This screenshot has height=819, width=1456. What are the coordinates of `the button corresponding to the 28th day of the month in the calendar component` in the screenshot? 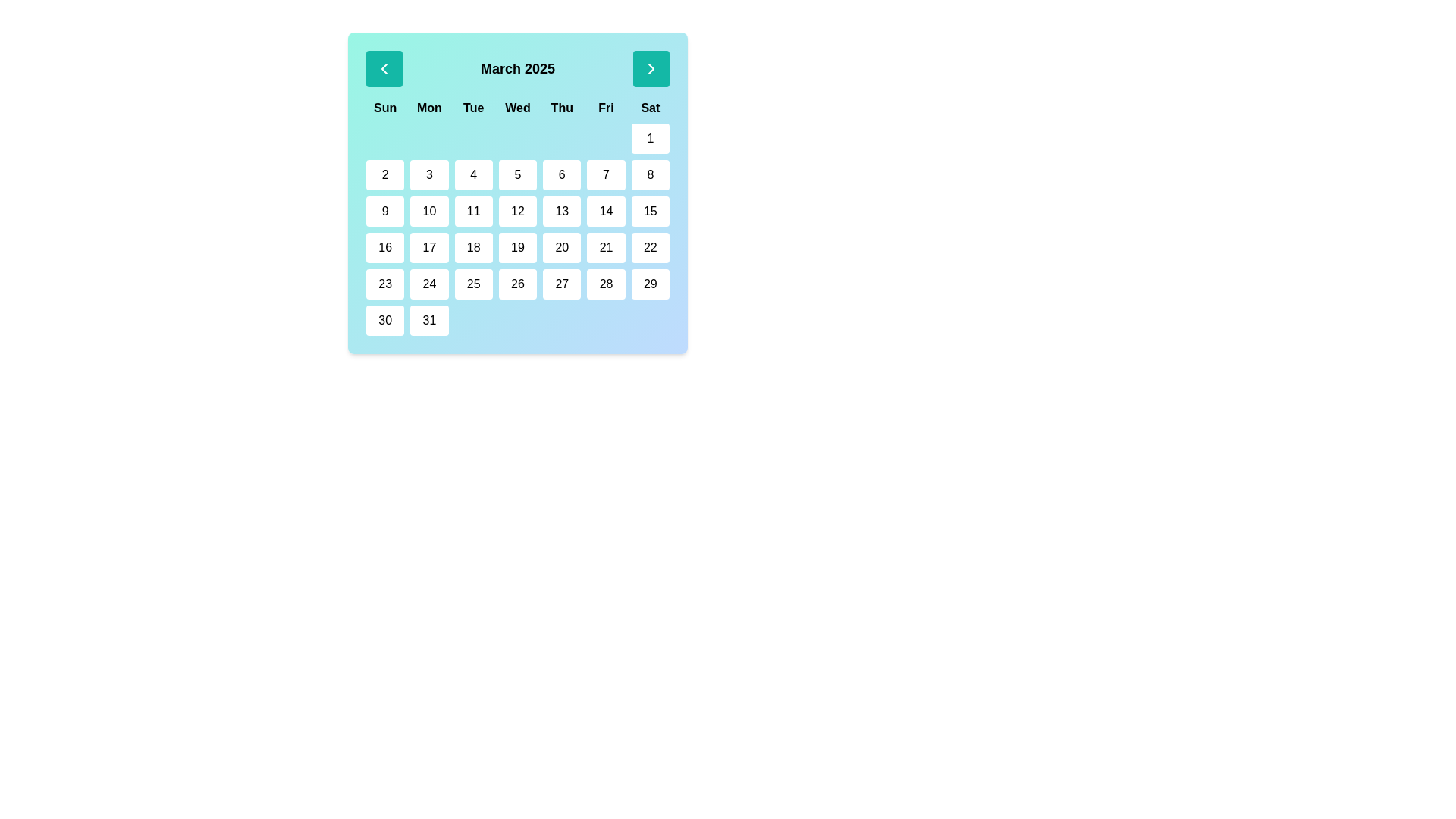 It's located at (605, 284).